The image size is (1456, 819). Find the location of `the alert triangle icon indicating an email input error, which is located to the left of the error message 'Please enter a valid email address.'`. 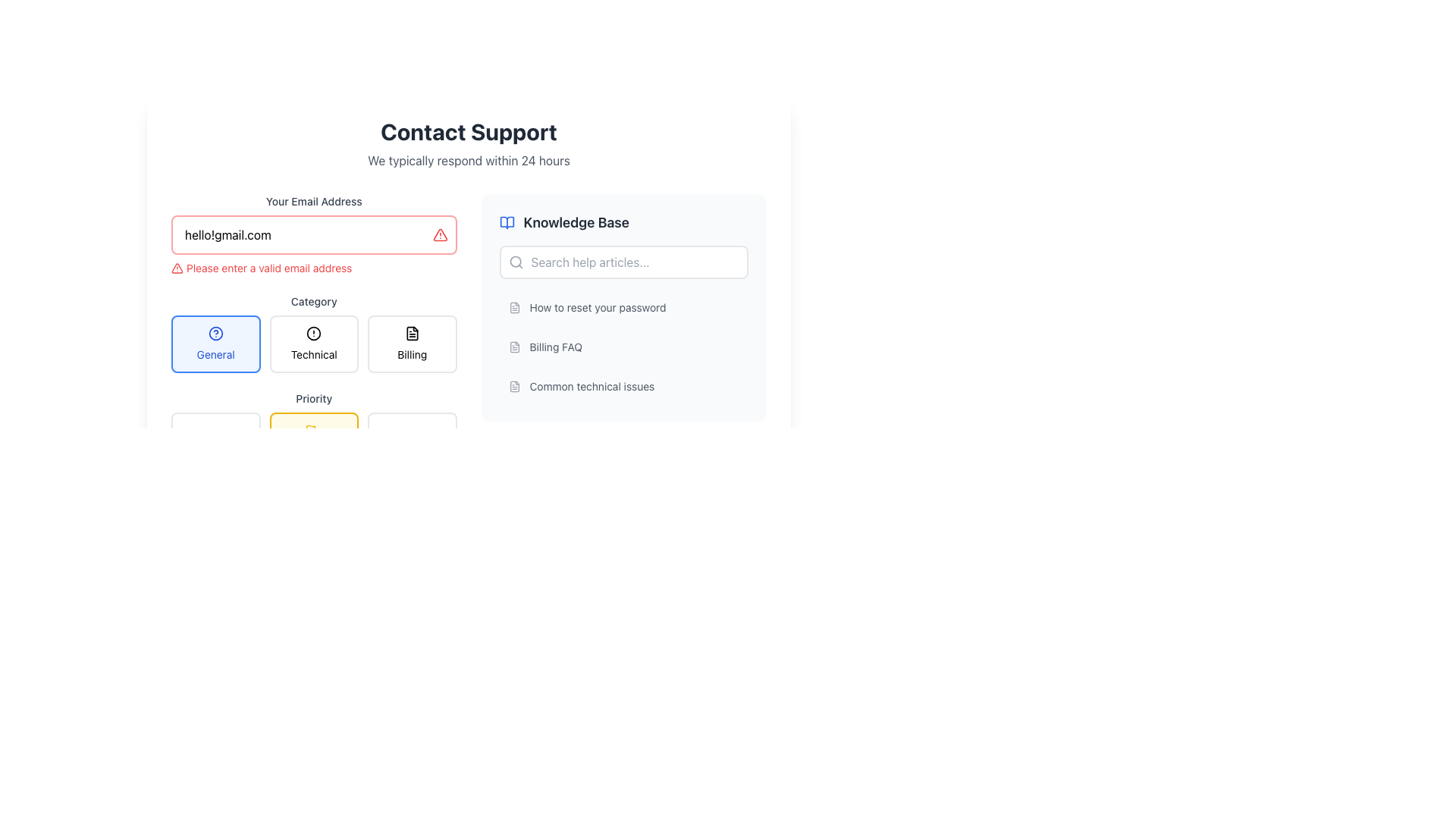

the alert triangle icon indicating an email input error, which is located to the left of the error message 'Please enter a valid email address.' is located at coordinates (177, 268).